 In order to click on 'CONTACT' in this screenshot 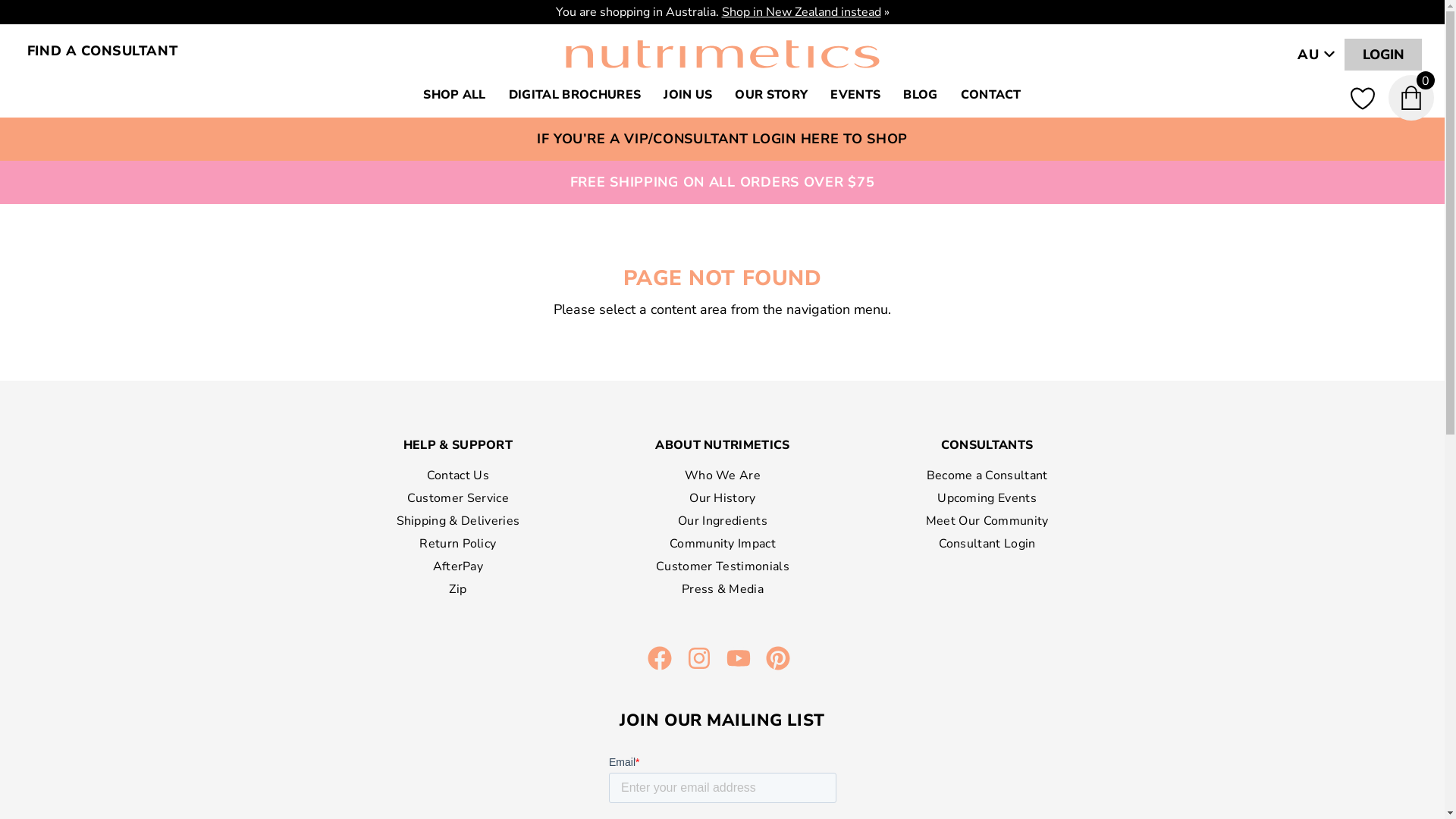, I will do `click(949, 94)`.